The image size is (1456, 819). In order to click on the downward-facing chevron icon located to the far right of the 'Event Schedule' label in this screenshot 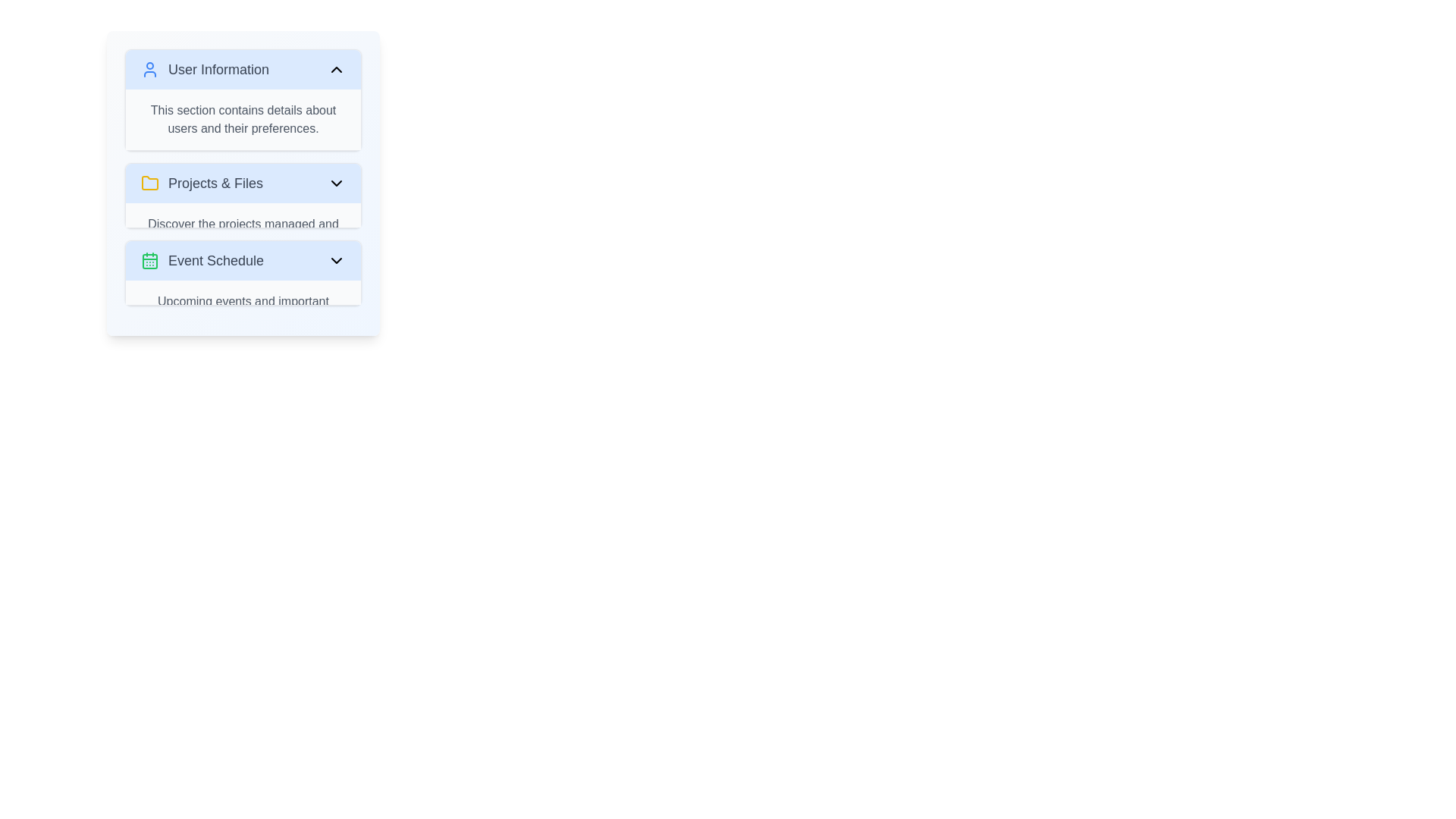, I will do `click(336, 259)`.